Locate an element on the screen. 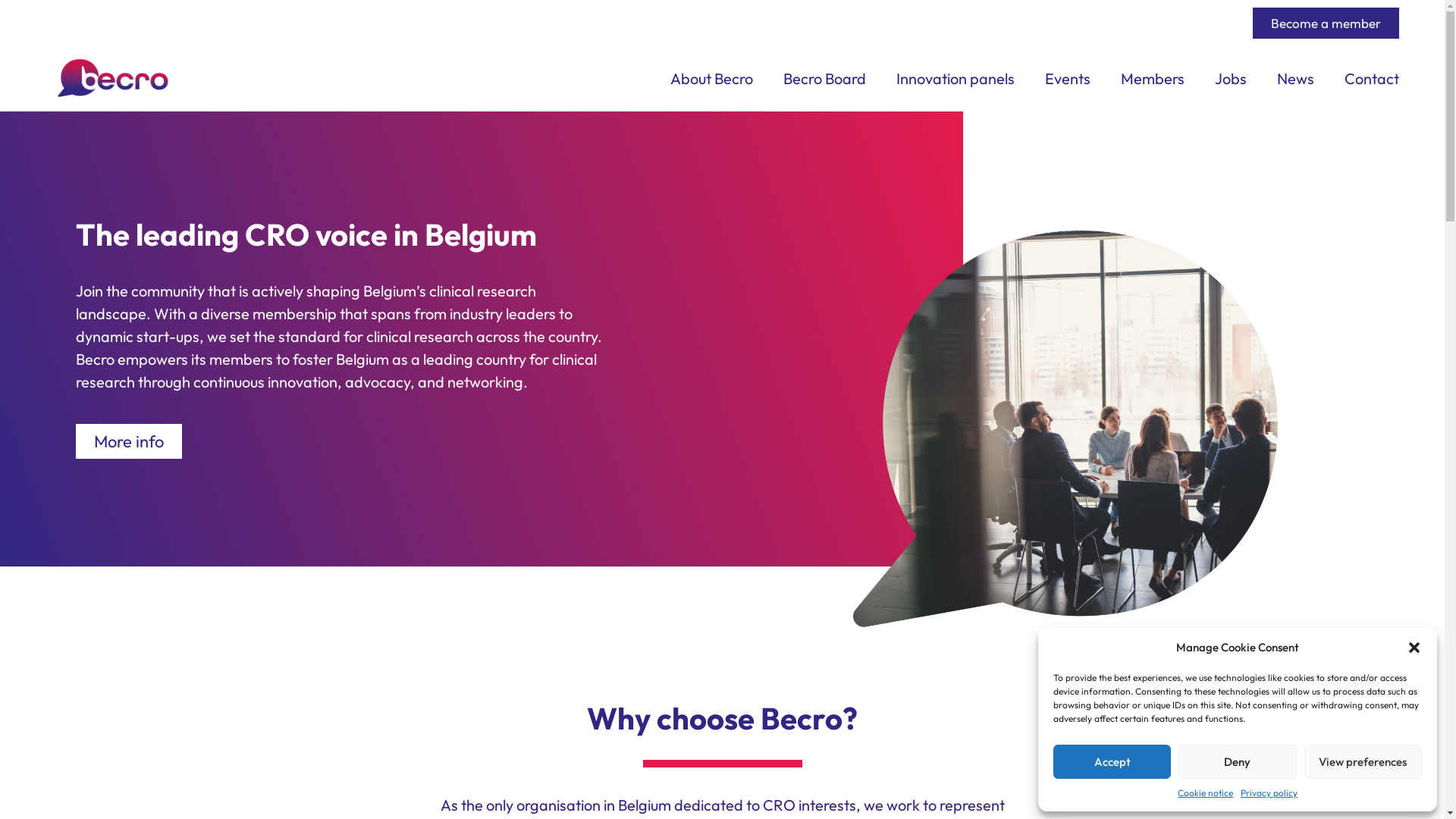 Image resolution: width=1456 pixels, height=819 pixels. 'About Becro' is located at coordinates (711, 79).